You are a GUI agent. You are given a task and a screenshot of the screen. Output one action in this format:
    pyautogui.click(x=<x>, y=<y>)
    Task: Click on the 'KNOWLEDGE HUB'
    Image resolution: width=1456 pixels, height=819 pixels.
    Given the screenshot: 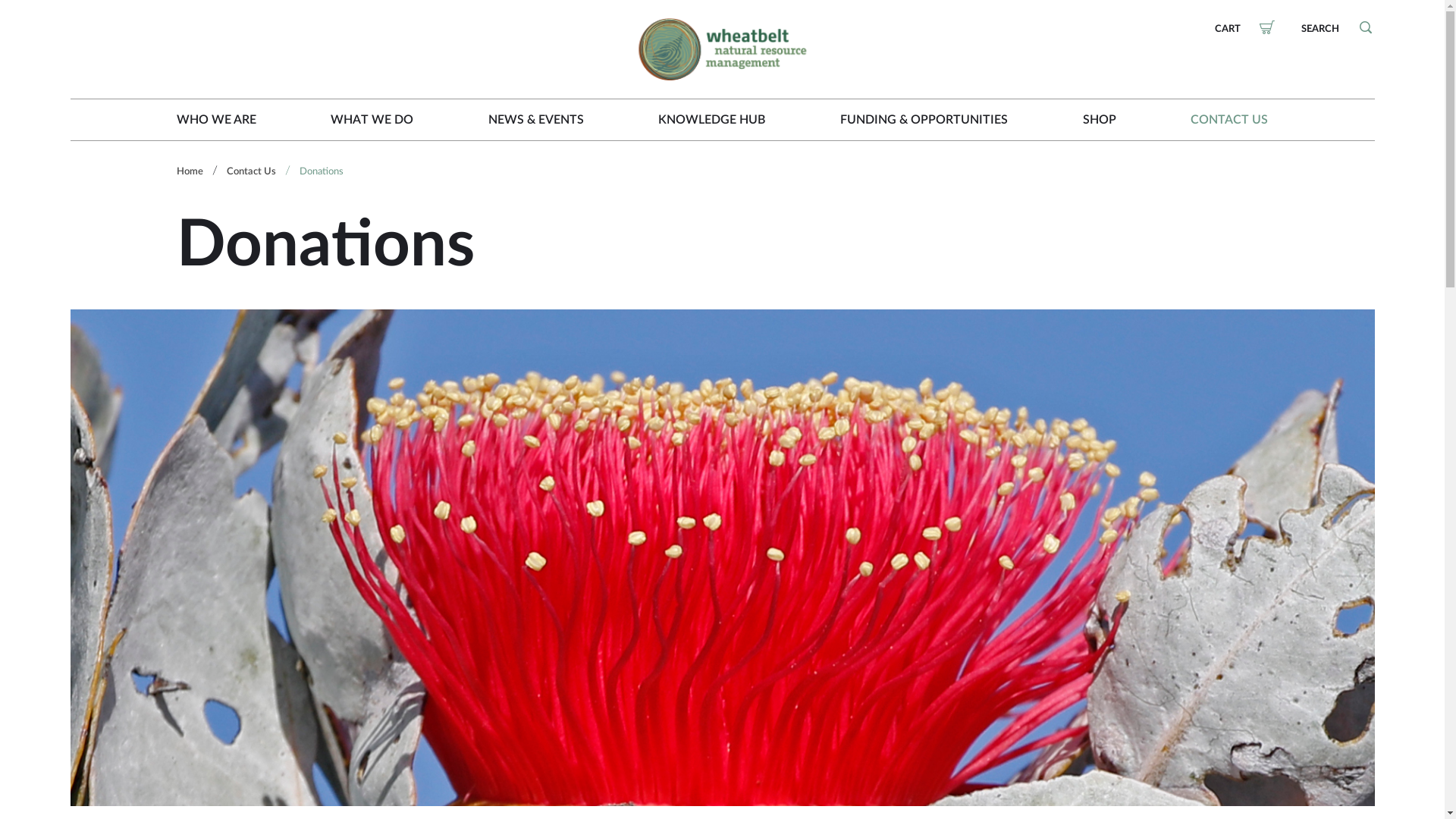 What is the action you would take?
    pyautogui.click(x=711, y=119)
    